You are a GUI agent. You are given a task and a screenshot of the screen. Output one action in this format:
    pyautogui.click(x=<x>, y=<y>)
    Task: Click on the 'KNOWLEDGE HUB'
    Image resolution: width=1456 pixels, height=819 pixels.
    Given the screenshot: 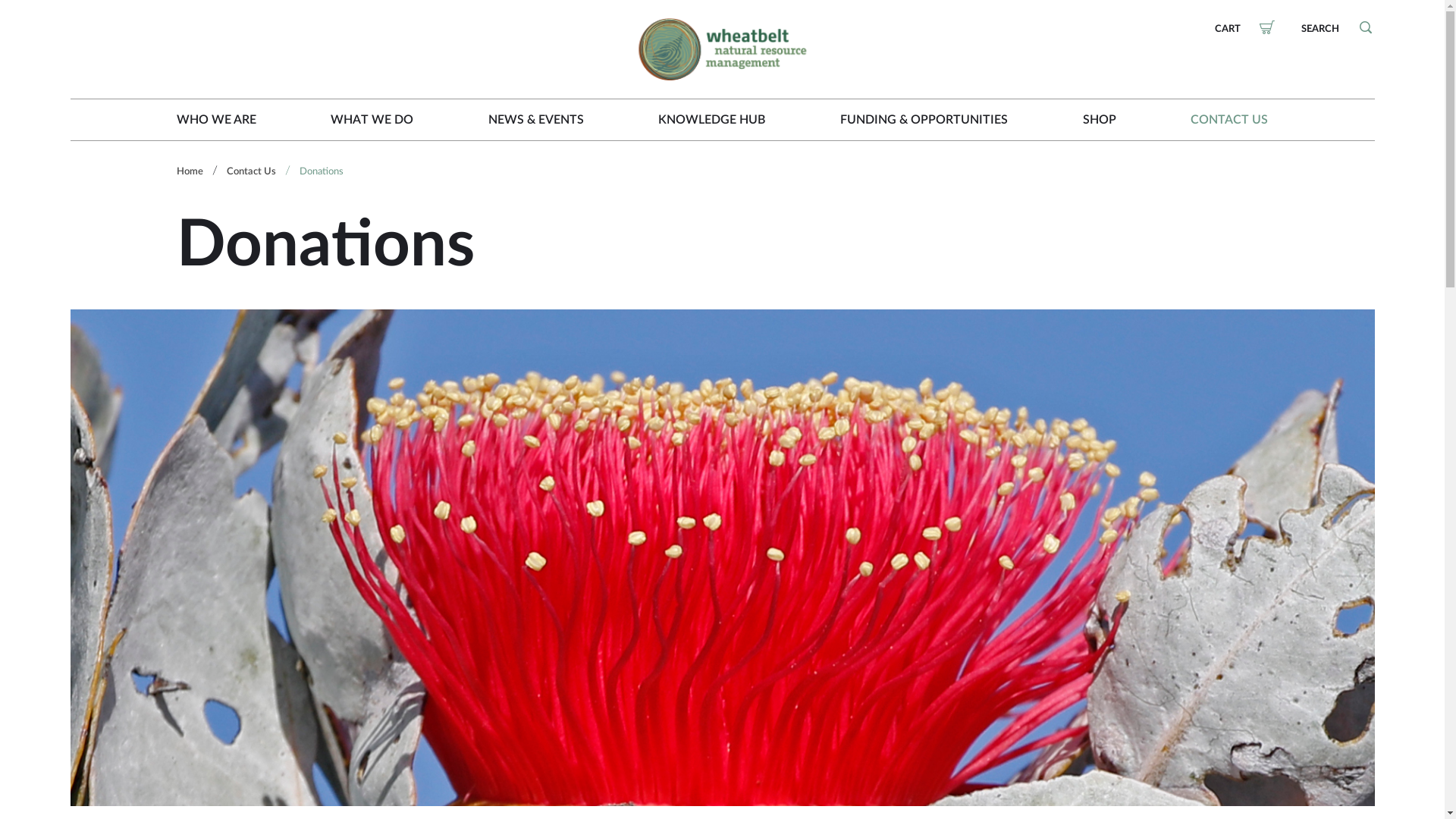 What is the action you would take?
    pyautogui.click(x=711, y=119)
    